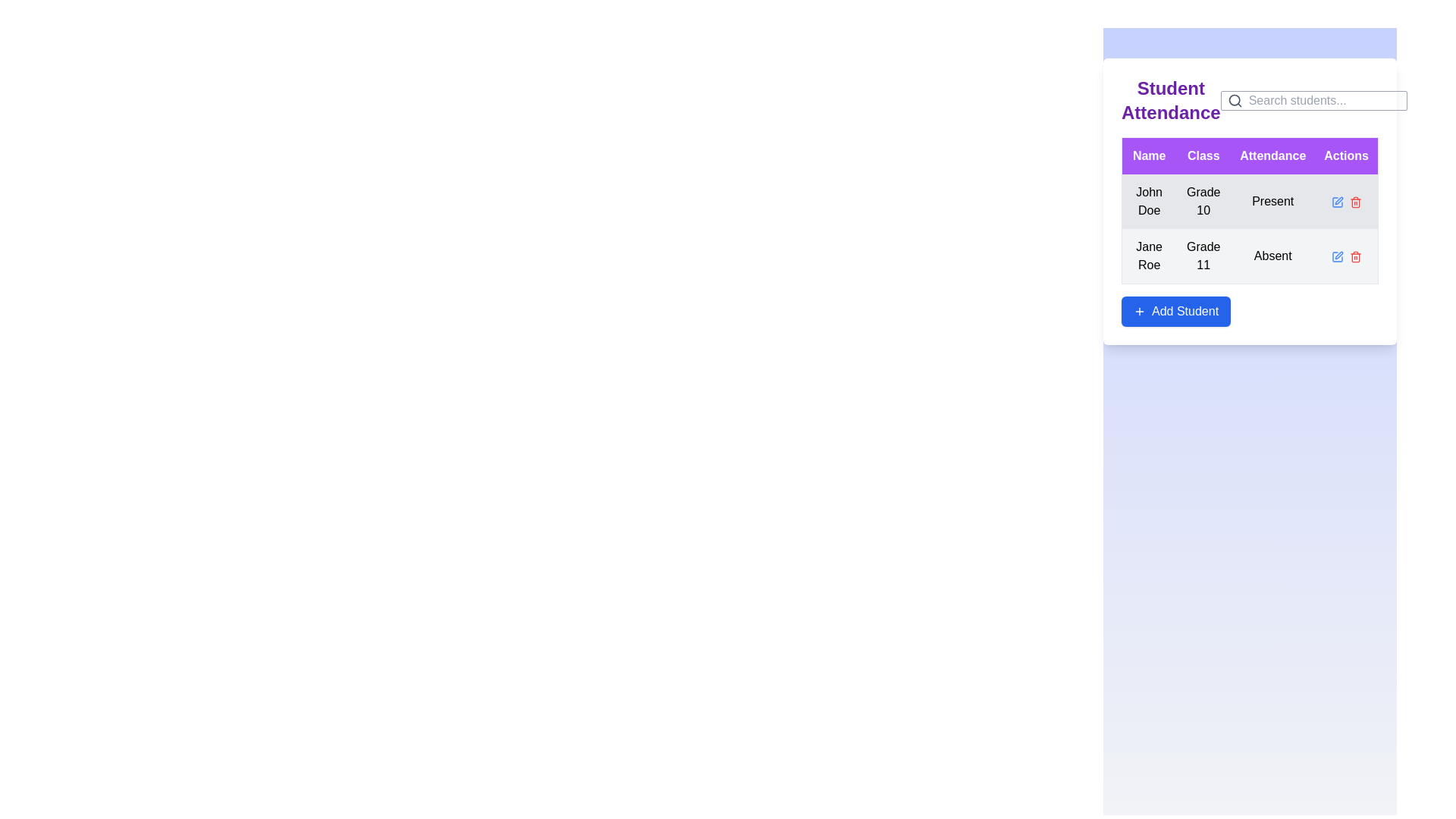 This screenshot has height=819, width=1456. Describe the element at coordinates (1249, 155) in the screenshot. I see `the individual labels in the Table Header Row of the 'Student Attendance' panel to sort the table columns, as this element is interactive and located at the top of the table layout` at that location.